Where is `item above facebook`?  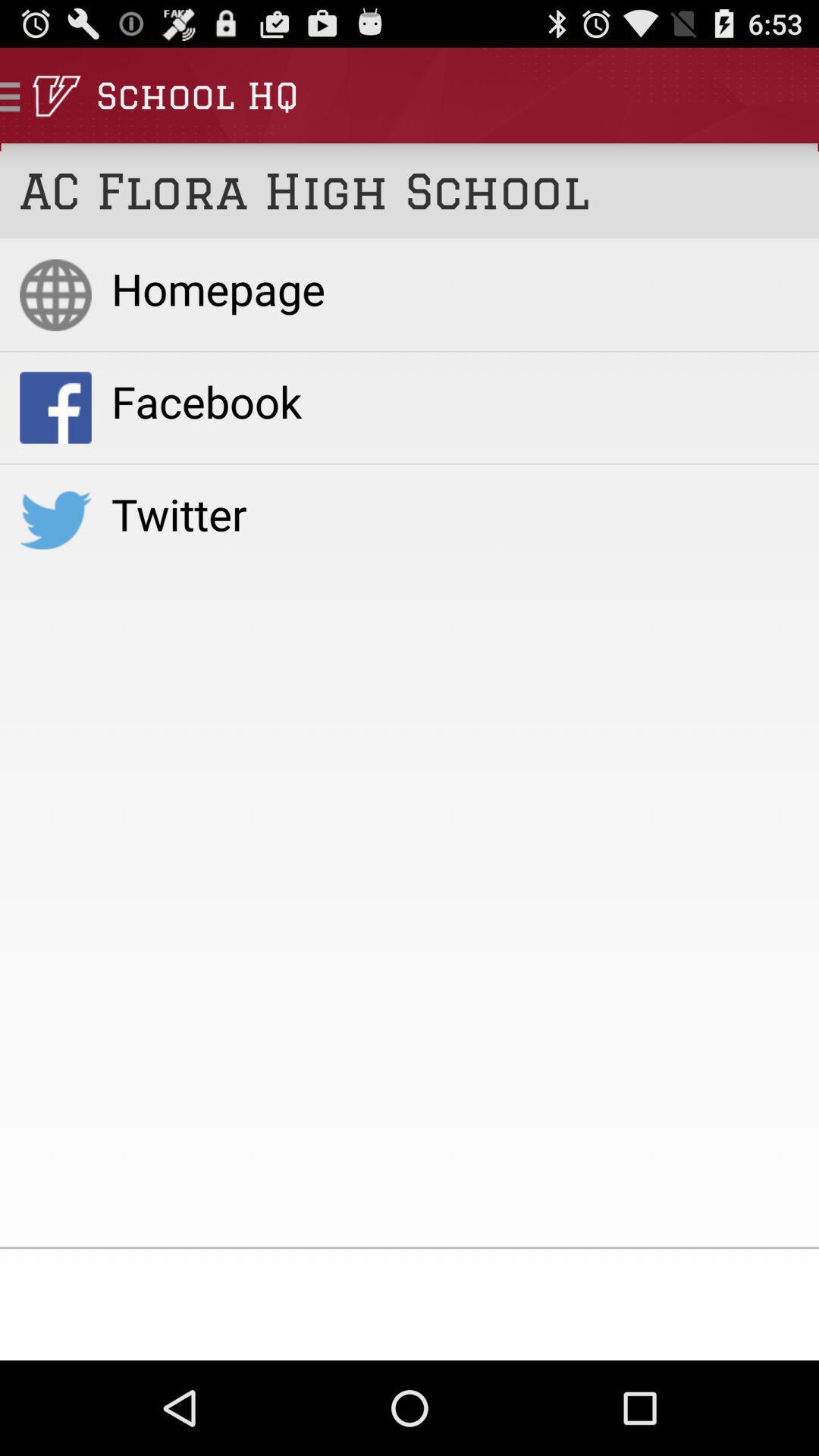
item above facebook is located at coordinates (454, 288).